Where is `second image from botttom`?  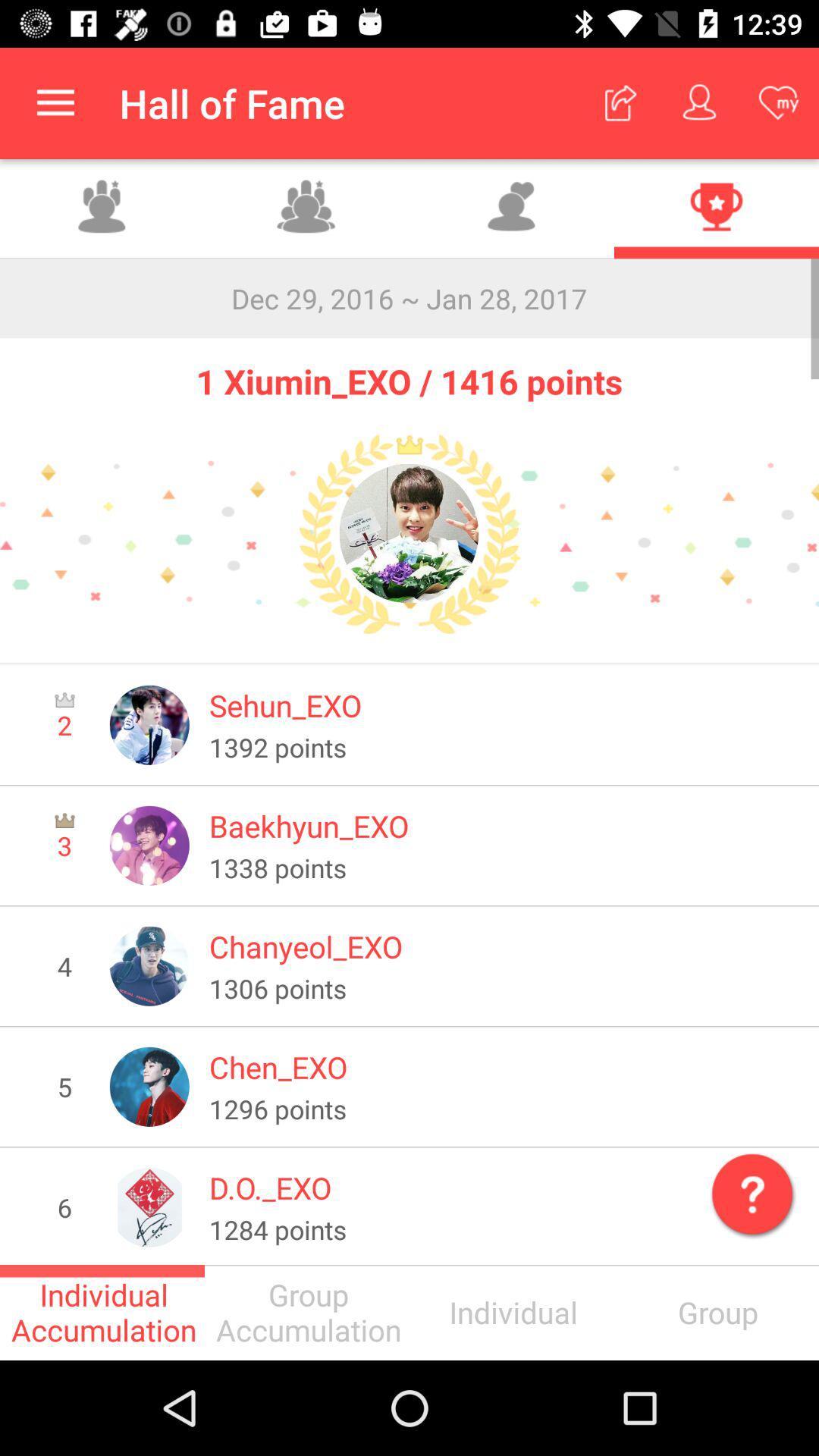
second image from botttom is located at coordinates (149, 1086).